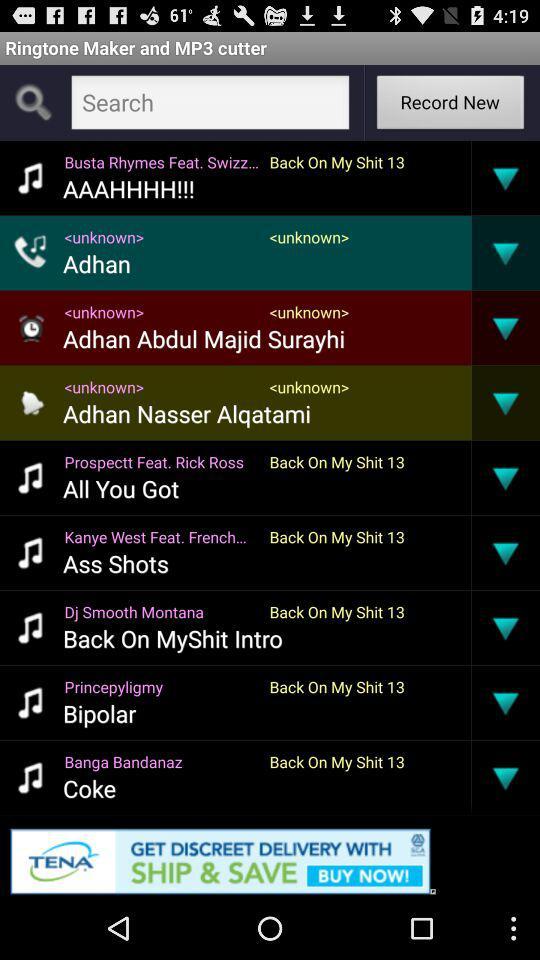 The height and width of the screenshot is (960, 540). I want to click on the busta rhymes feat item, so click(160, 160).